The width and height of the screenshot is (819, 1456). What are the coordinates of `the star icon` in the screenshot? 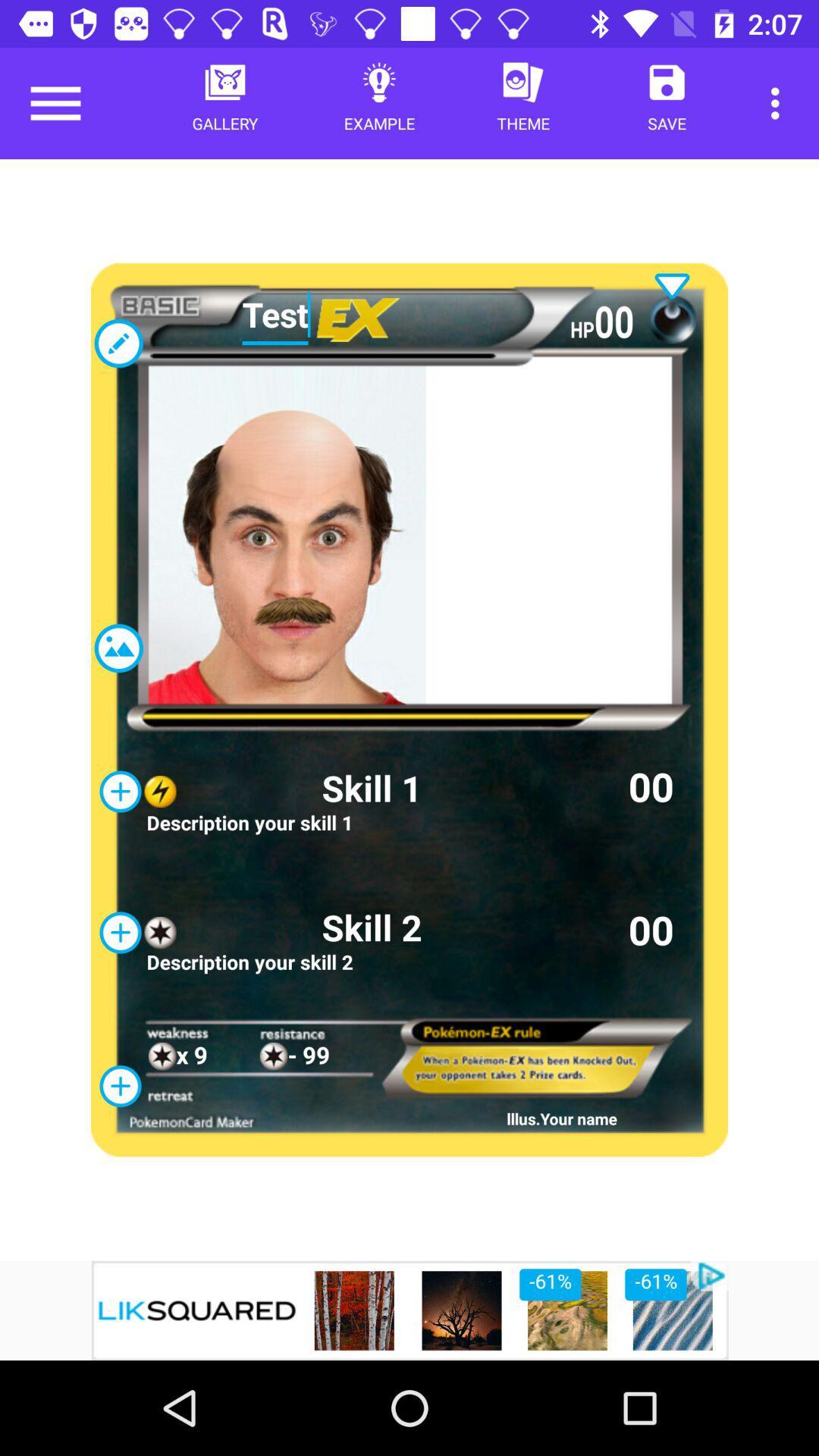 It's located at (162, 1056).